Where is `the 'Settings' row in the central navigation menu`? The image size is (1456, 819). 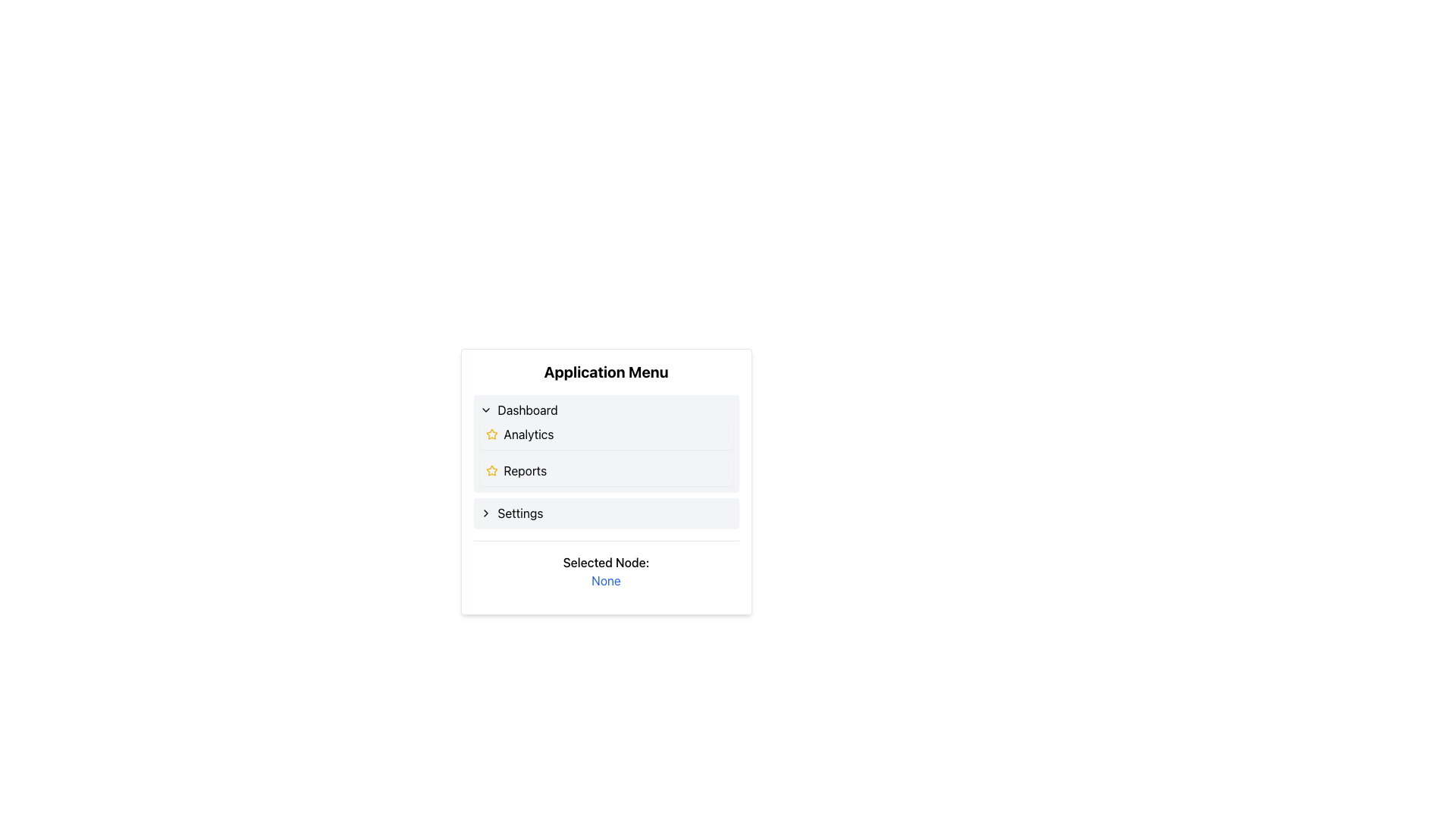
the 'Settings' row in the central navigation menu is located at coordinates (605, 507).